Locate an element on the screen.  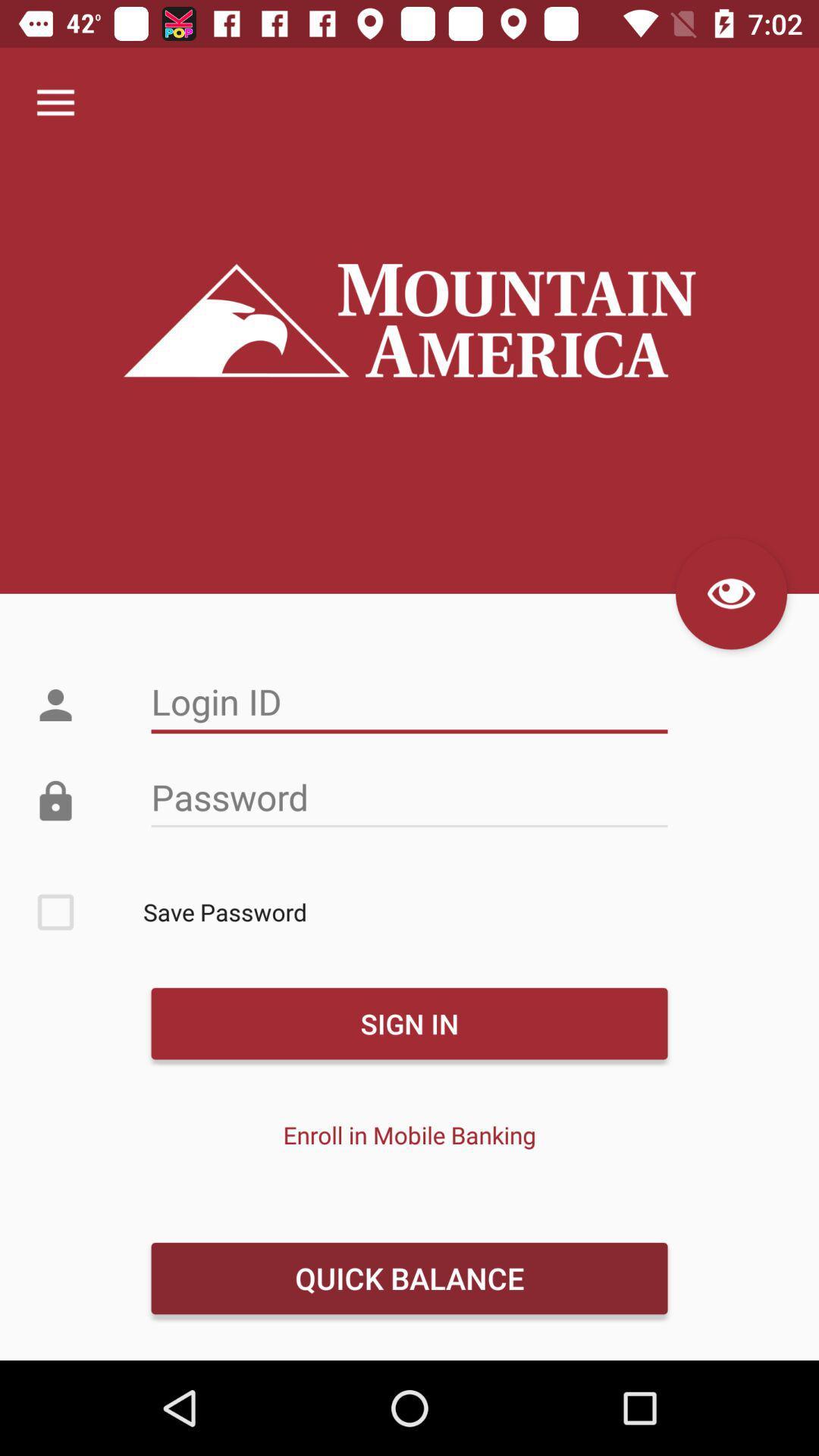
item below the sign in icon is located at coordinates (409, 1134).